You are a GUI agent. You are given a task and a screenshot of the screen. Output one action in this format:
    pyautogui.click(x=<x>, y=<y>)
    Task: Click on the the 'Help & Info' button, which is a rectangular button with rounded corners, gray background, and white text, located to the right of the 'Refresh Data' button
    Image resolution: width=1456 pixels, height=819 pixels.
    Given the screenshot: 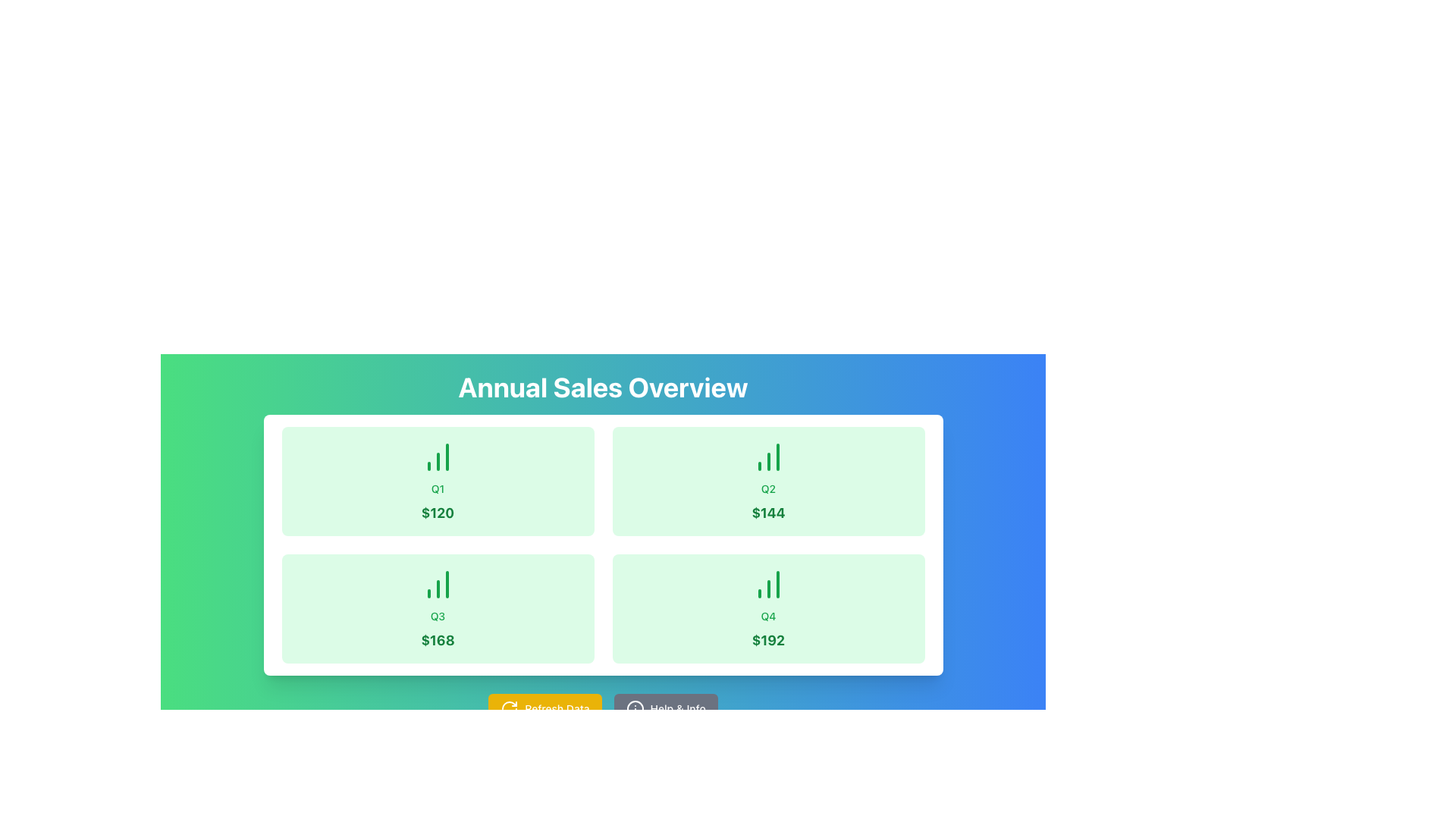 What is the action you would take?
    pyautogui.click(x=666, y=708)
    